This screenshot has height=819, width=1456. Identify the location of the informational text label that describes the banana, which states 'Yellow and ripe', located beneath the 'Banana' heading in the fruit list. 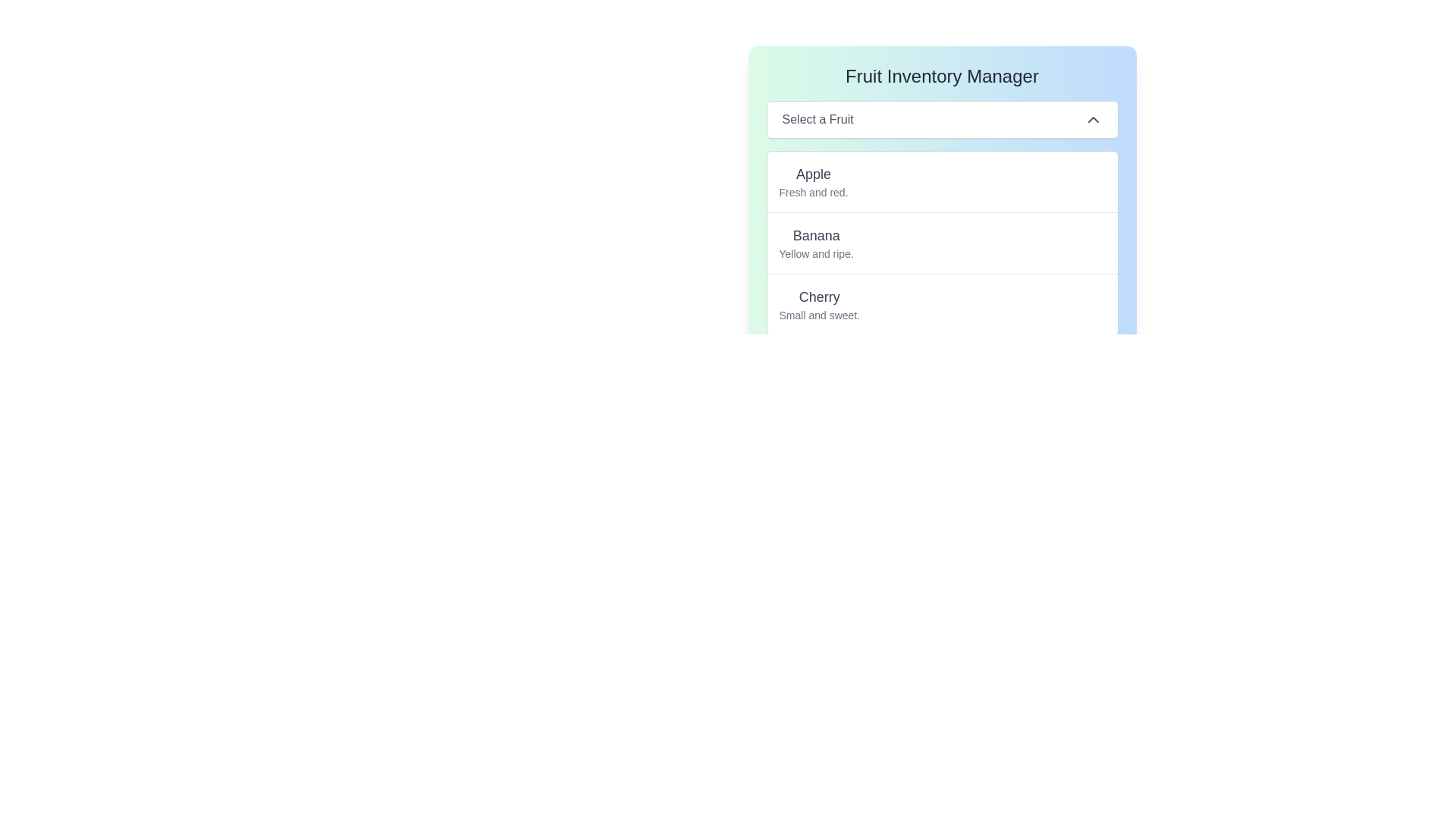
(815, 253).